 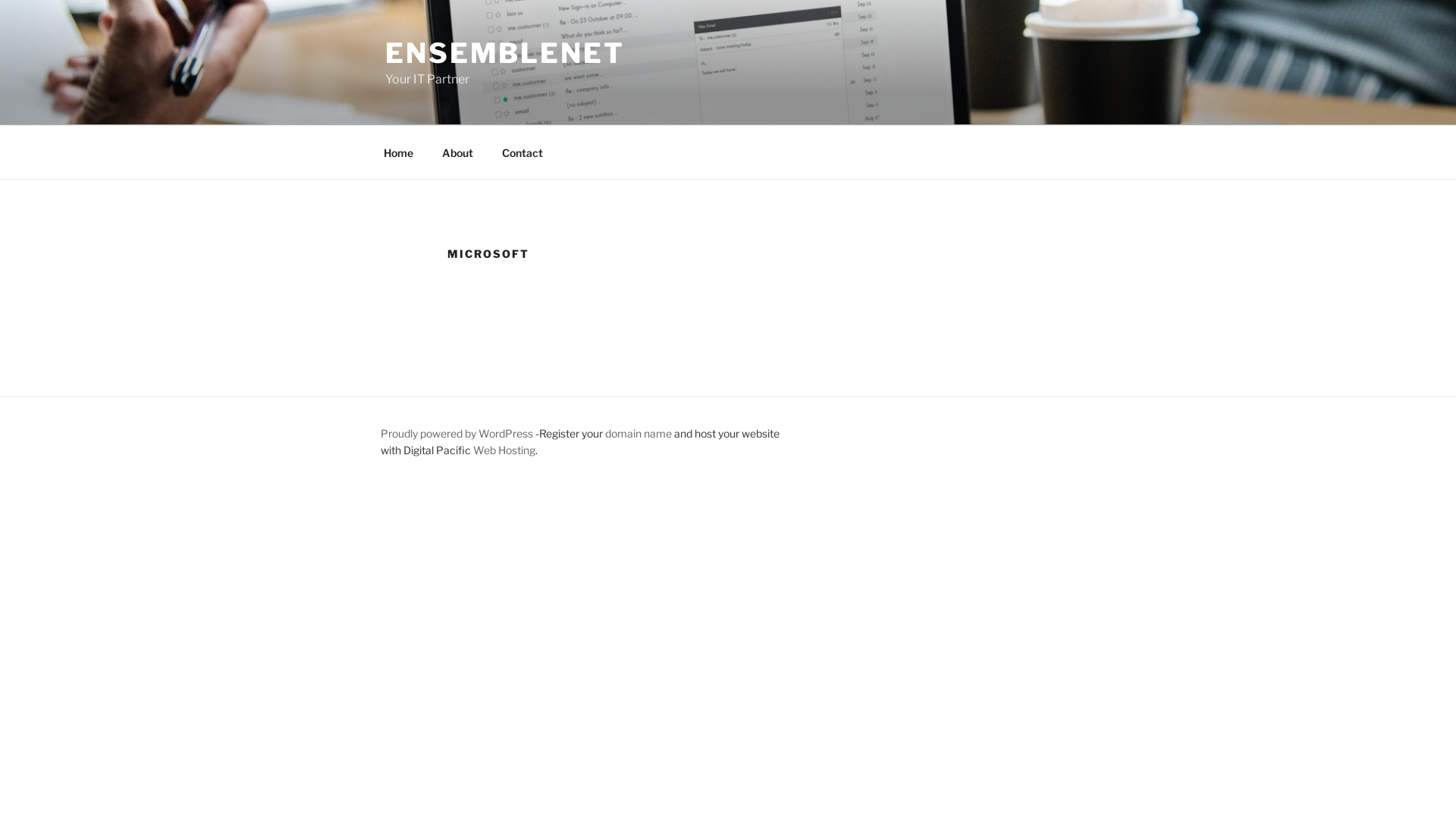 I want to click on 'Home', so click(x=370, y=152).